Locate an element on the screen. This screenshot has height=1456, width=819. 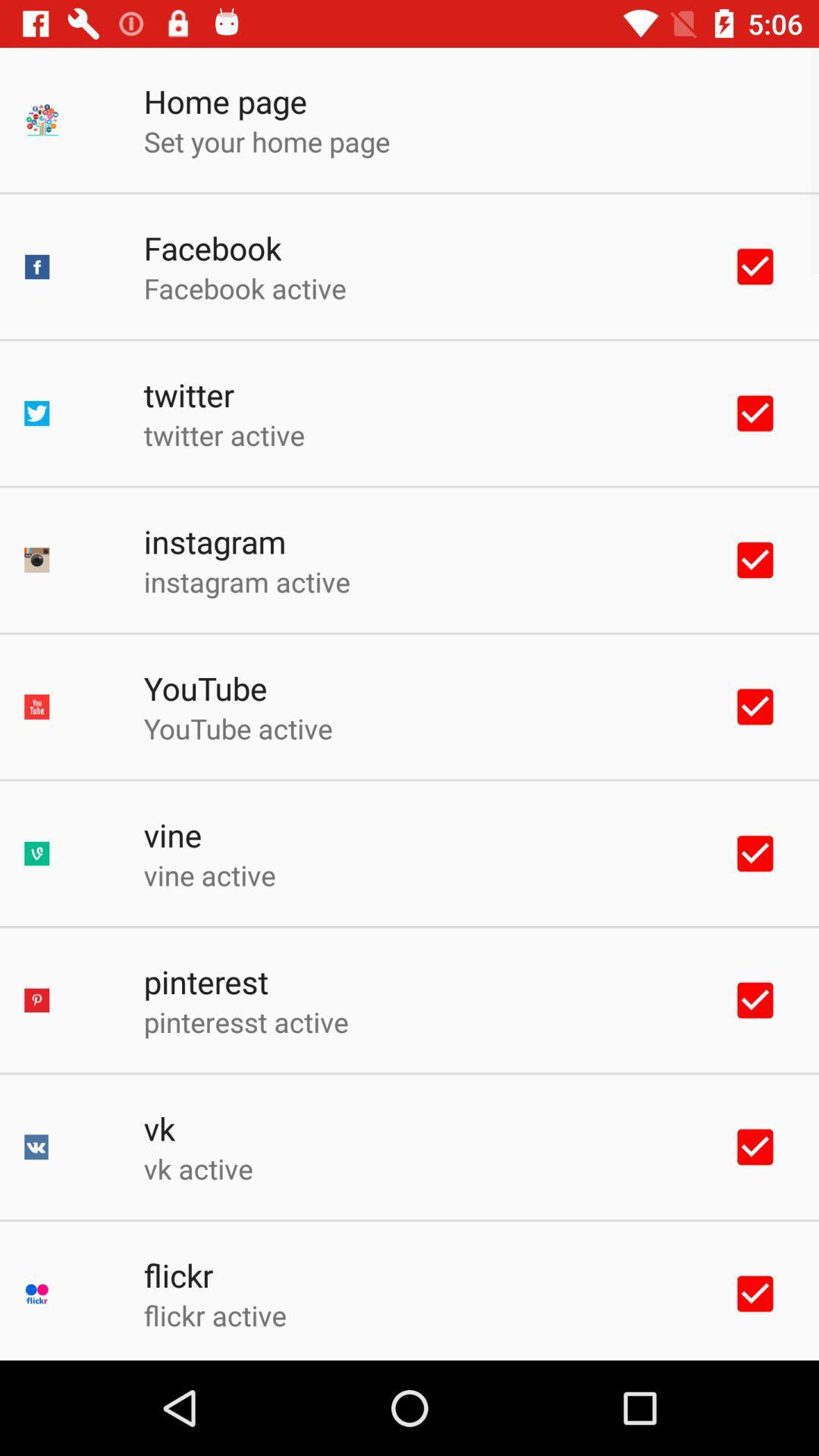
app below the facebook item is located at coordinates (244, 288).